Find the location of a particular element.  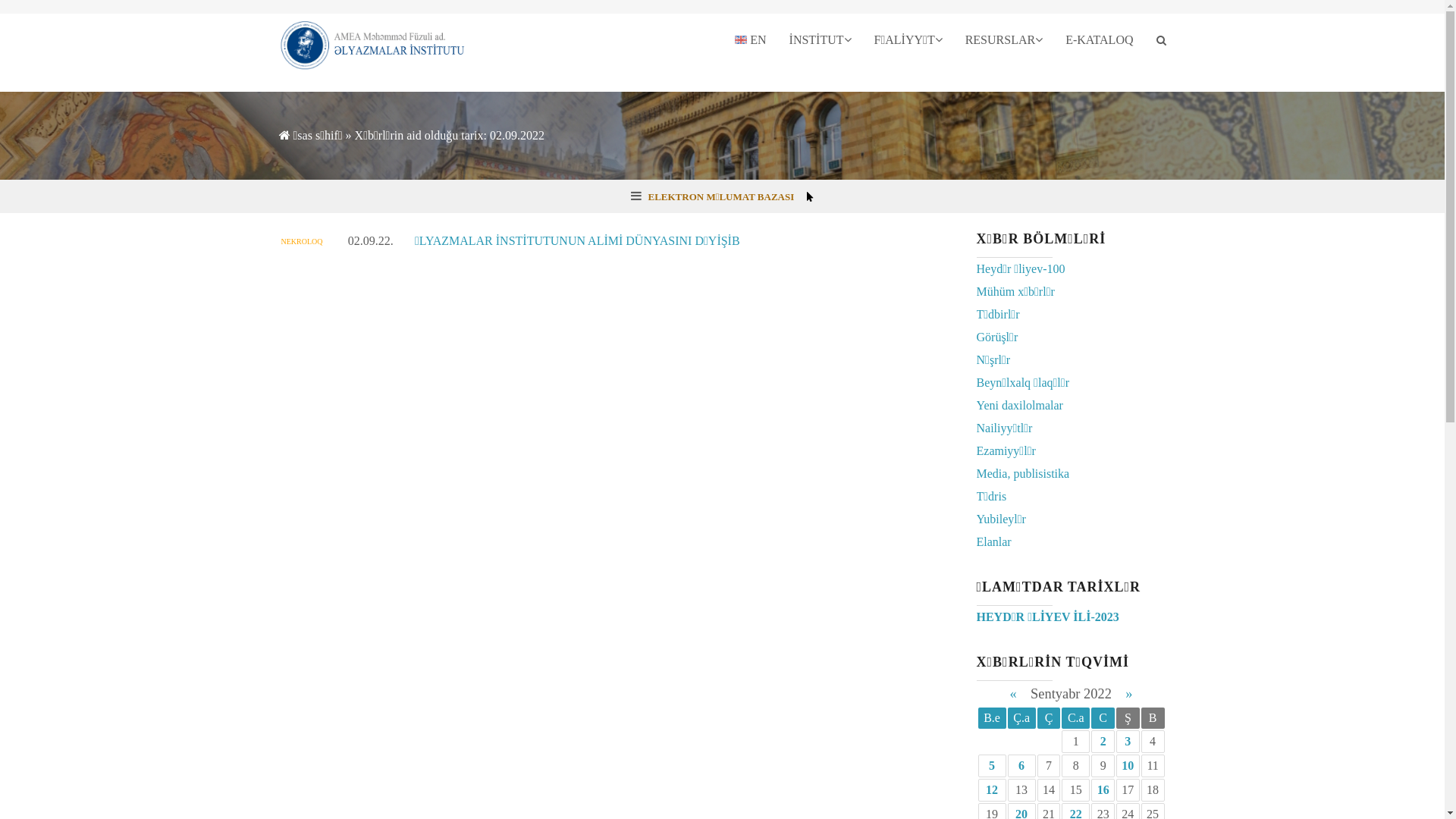

'2' is located at coordinates (1103, 740).